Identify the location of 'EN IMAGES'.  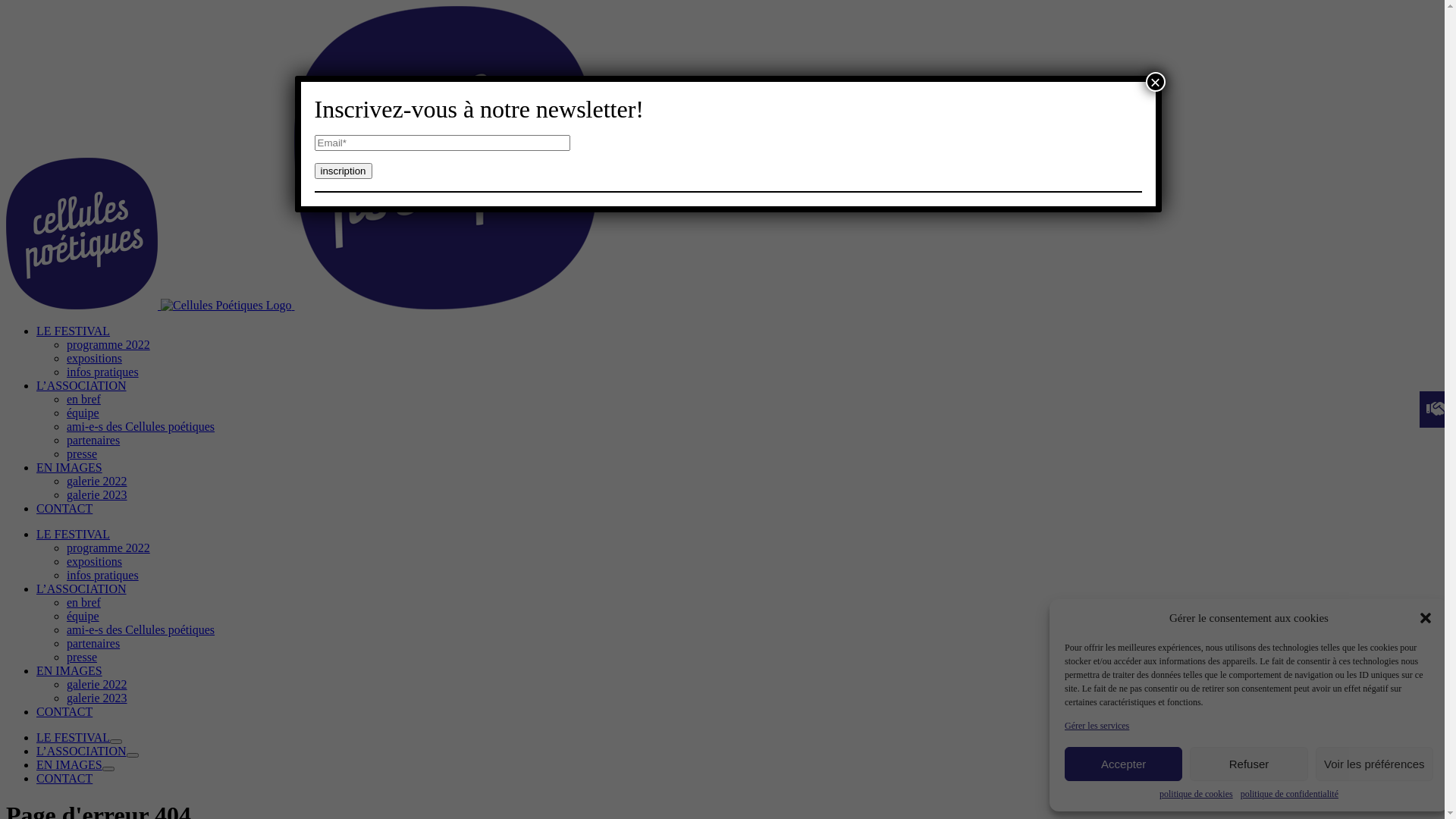
(68, 466).